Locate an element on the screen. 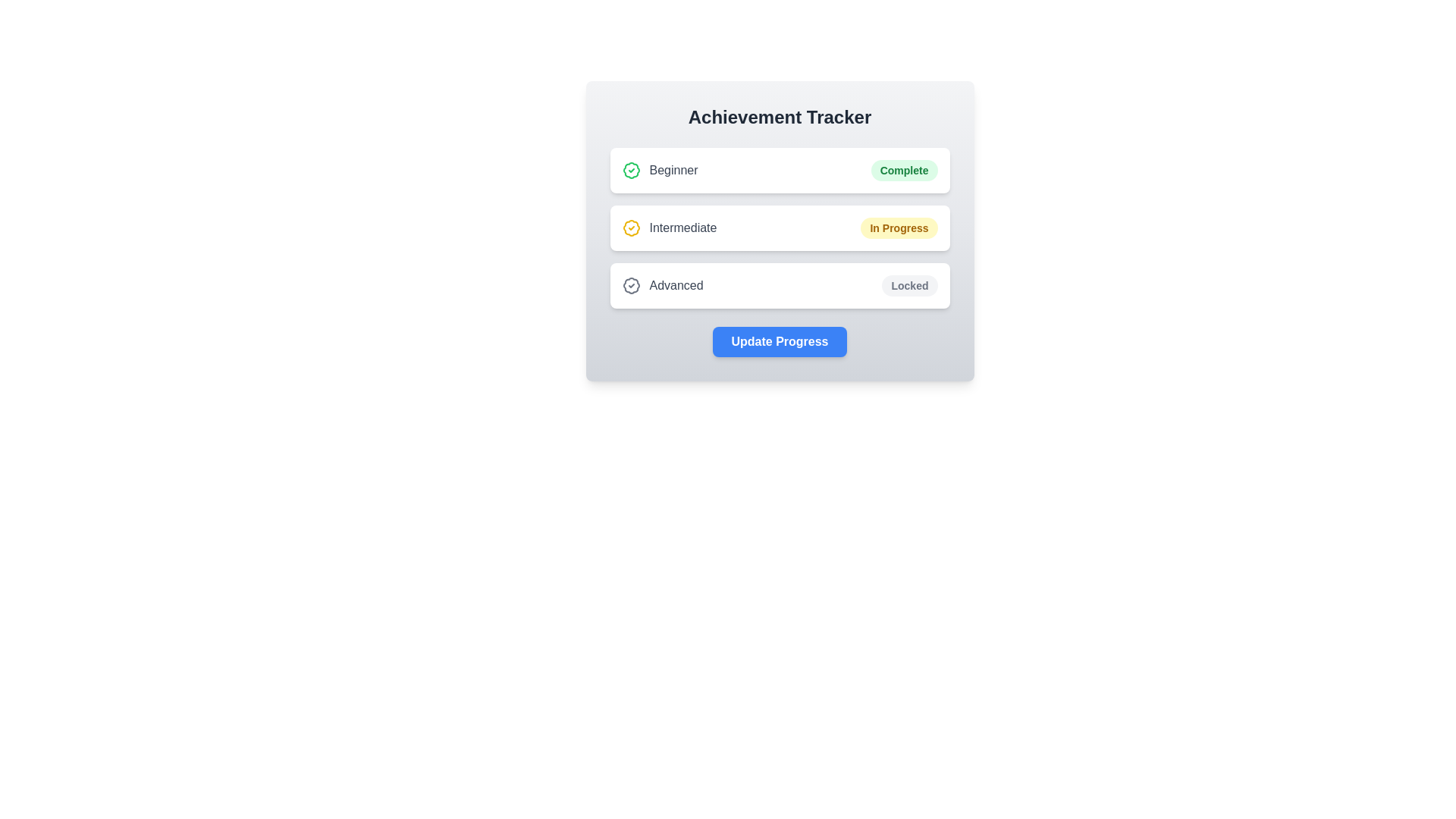  stage labels for current status in the progress tracker component located at the center of the interface is located at coordinates (780, 231).